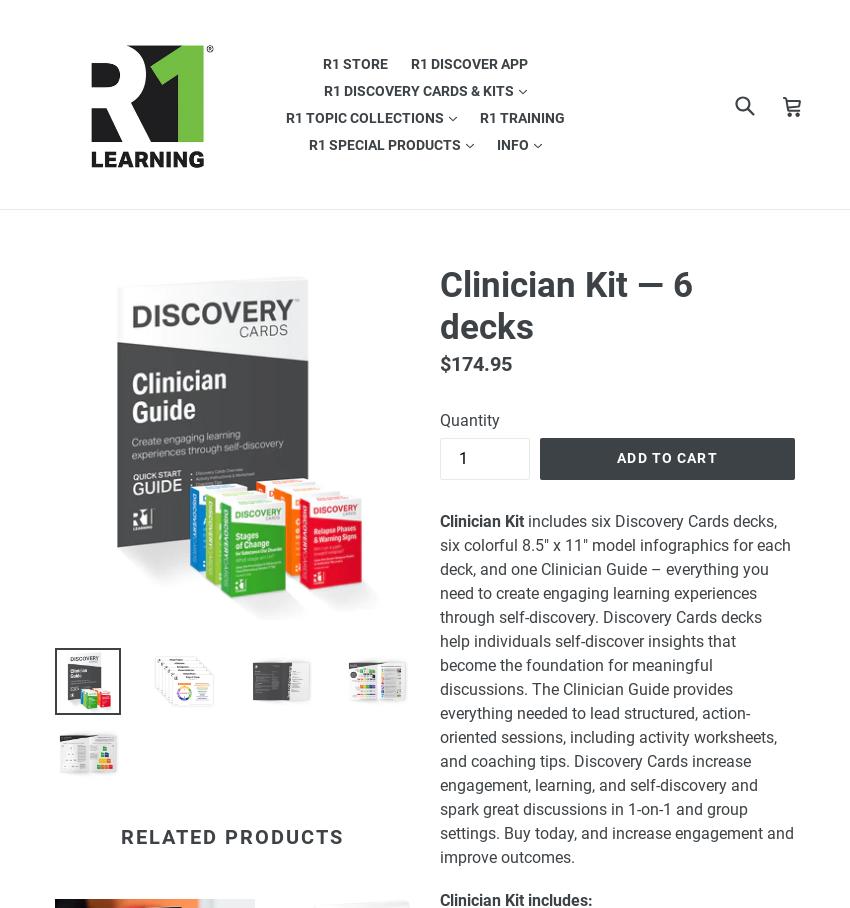 Image resolution: width=850 pixels, height=908 pixels. I want to click on 'R1 Store', so click(353, 63).